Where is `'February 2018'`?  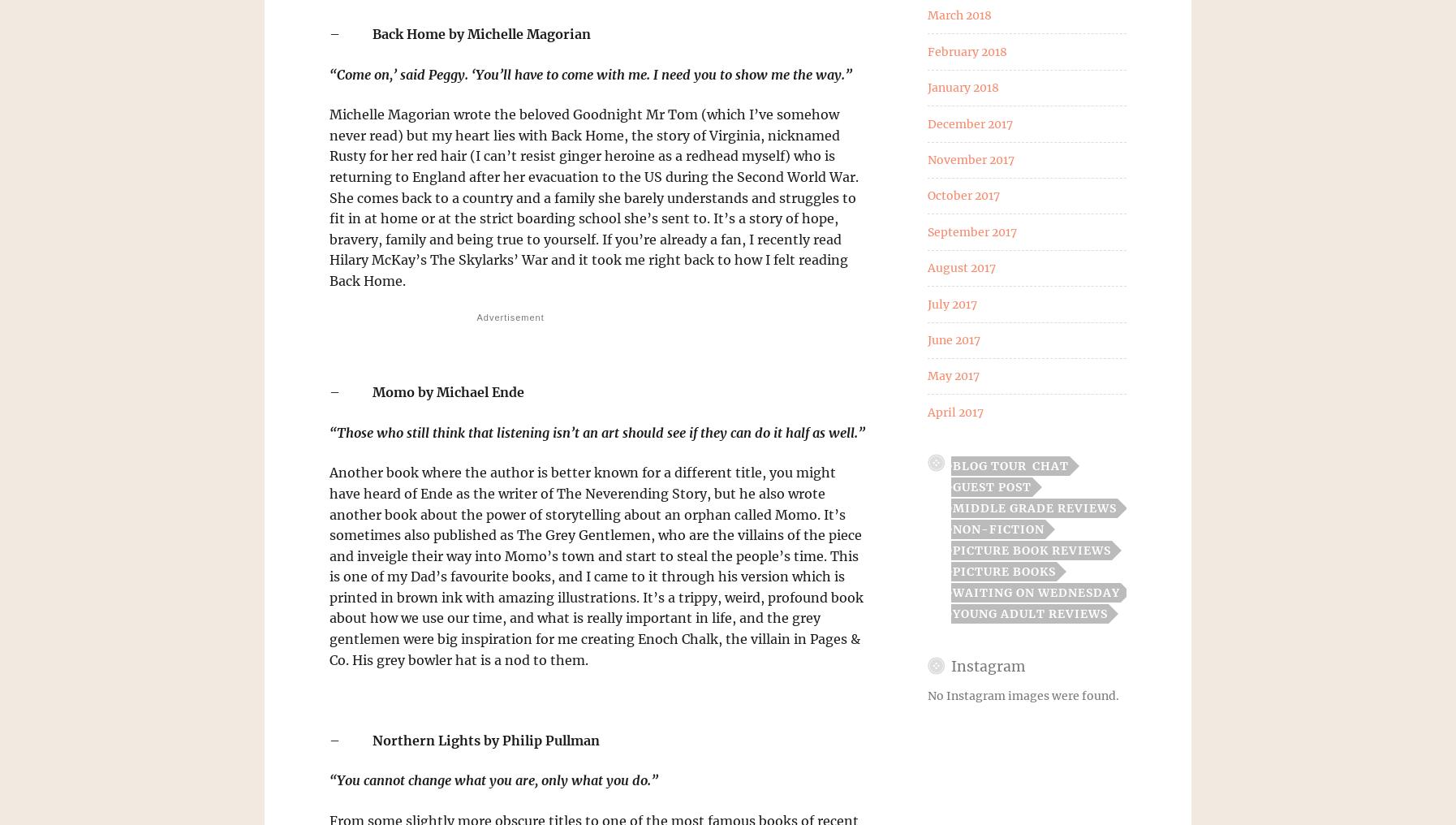 'February 2018' is located at coordinates (966, 50).